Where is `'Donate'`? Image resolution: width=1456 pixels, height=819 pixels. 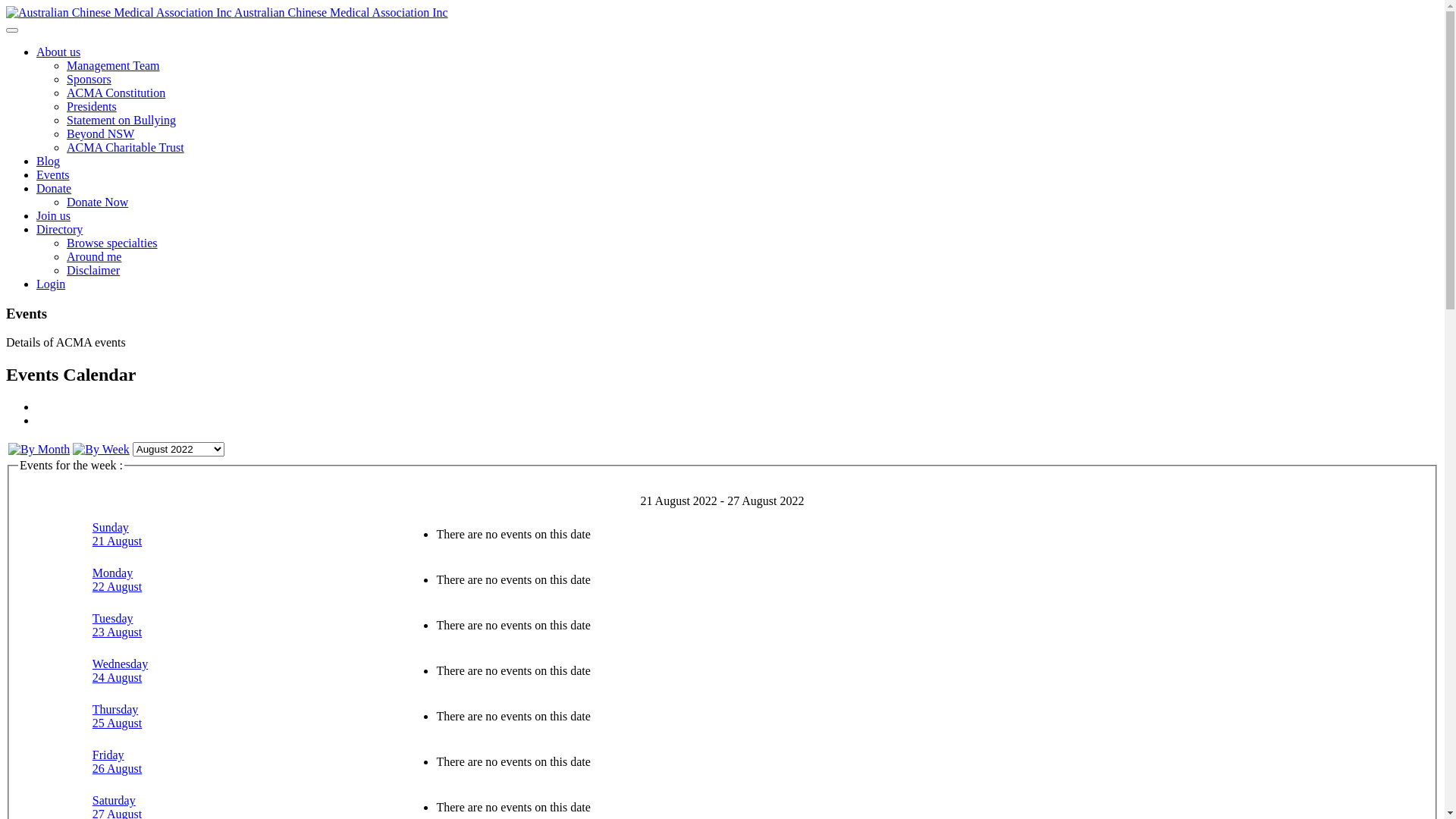 'Donate' is located at coordinates (54, 187).